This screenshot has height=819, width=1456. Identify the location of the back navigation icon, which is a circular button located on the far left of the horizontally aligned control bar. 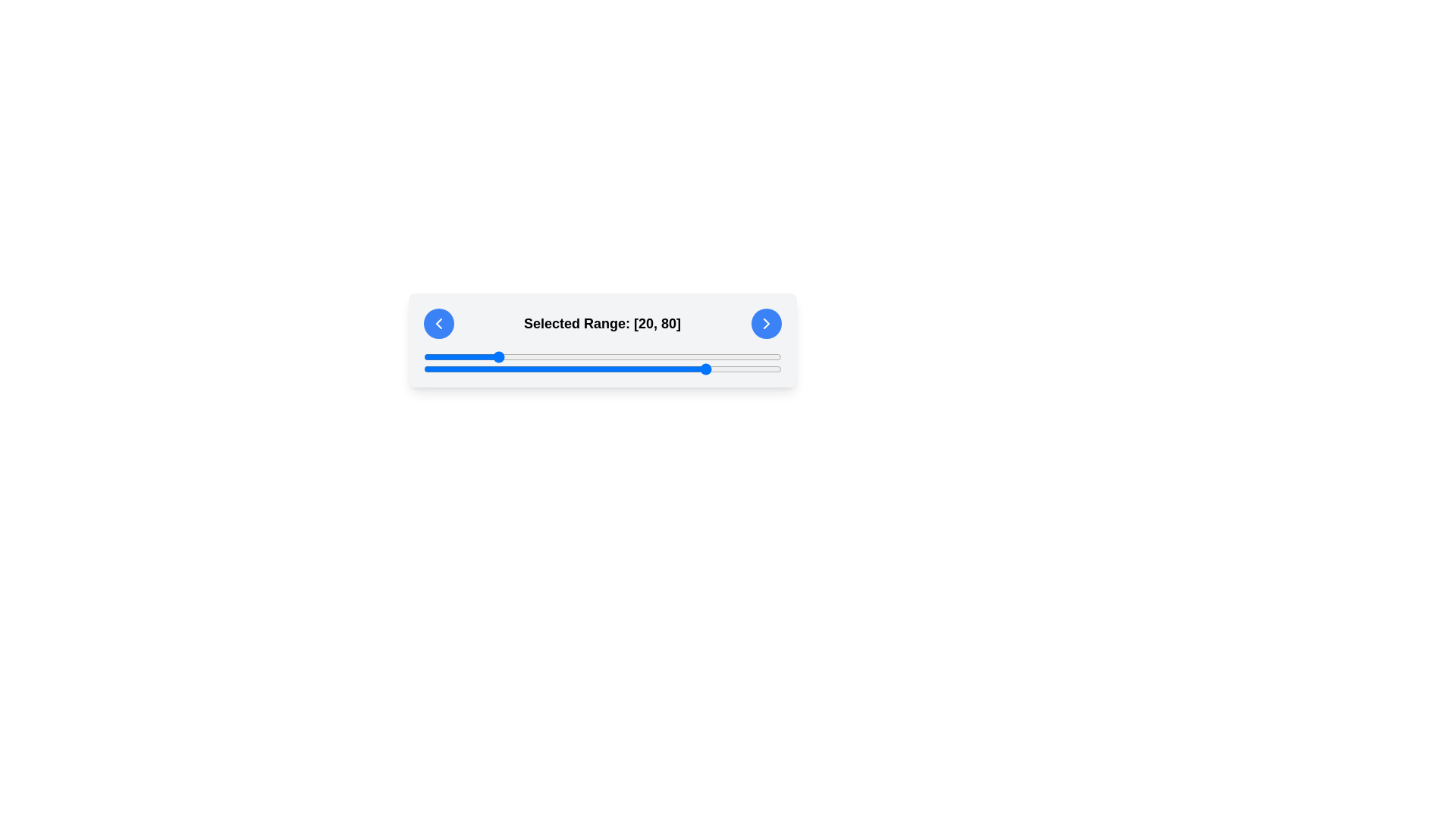
(438, 323).